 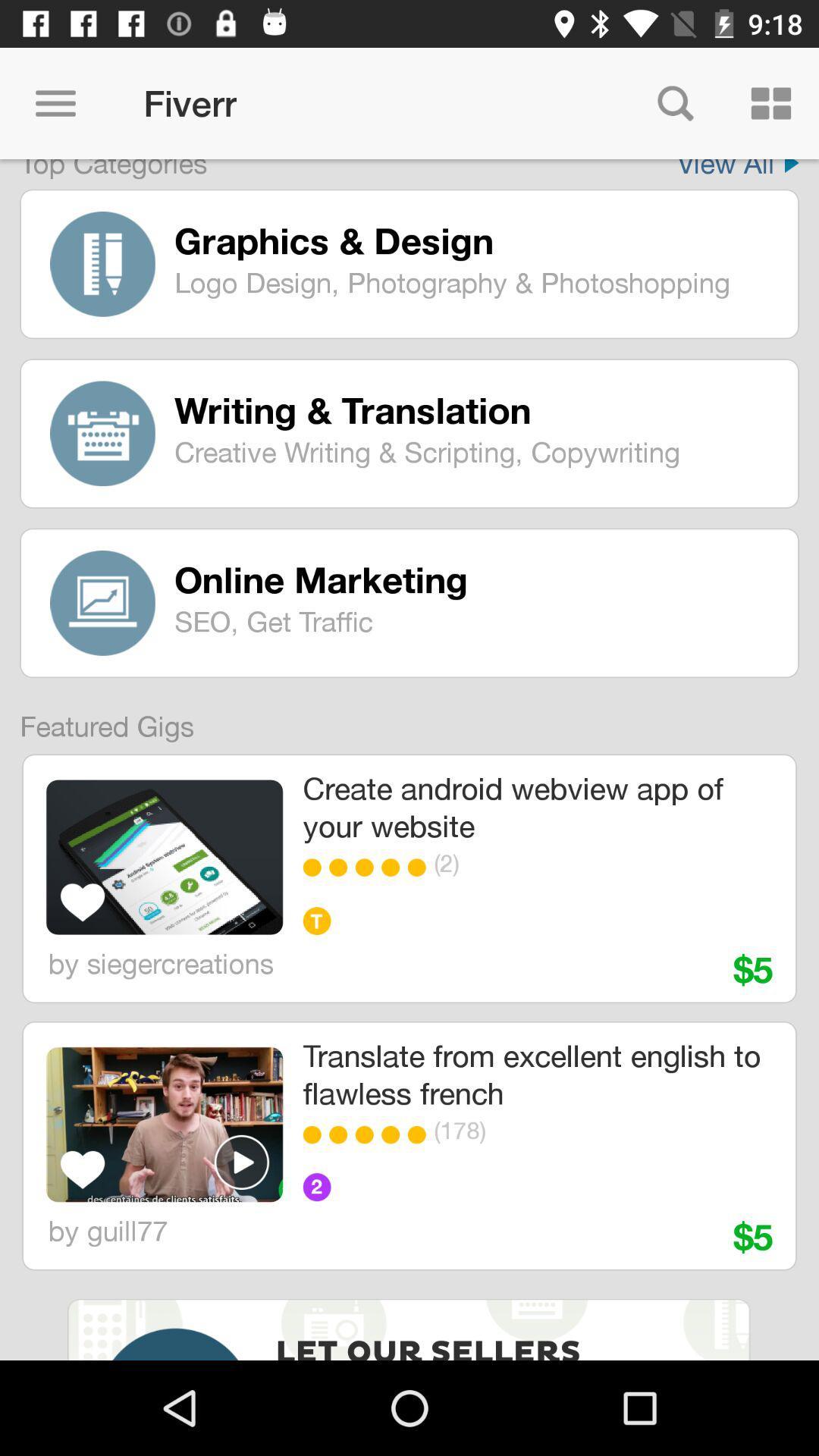 I want to click on the item below the translate from excellent icon, so click(x=579, y=1130).